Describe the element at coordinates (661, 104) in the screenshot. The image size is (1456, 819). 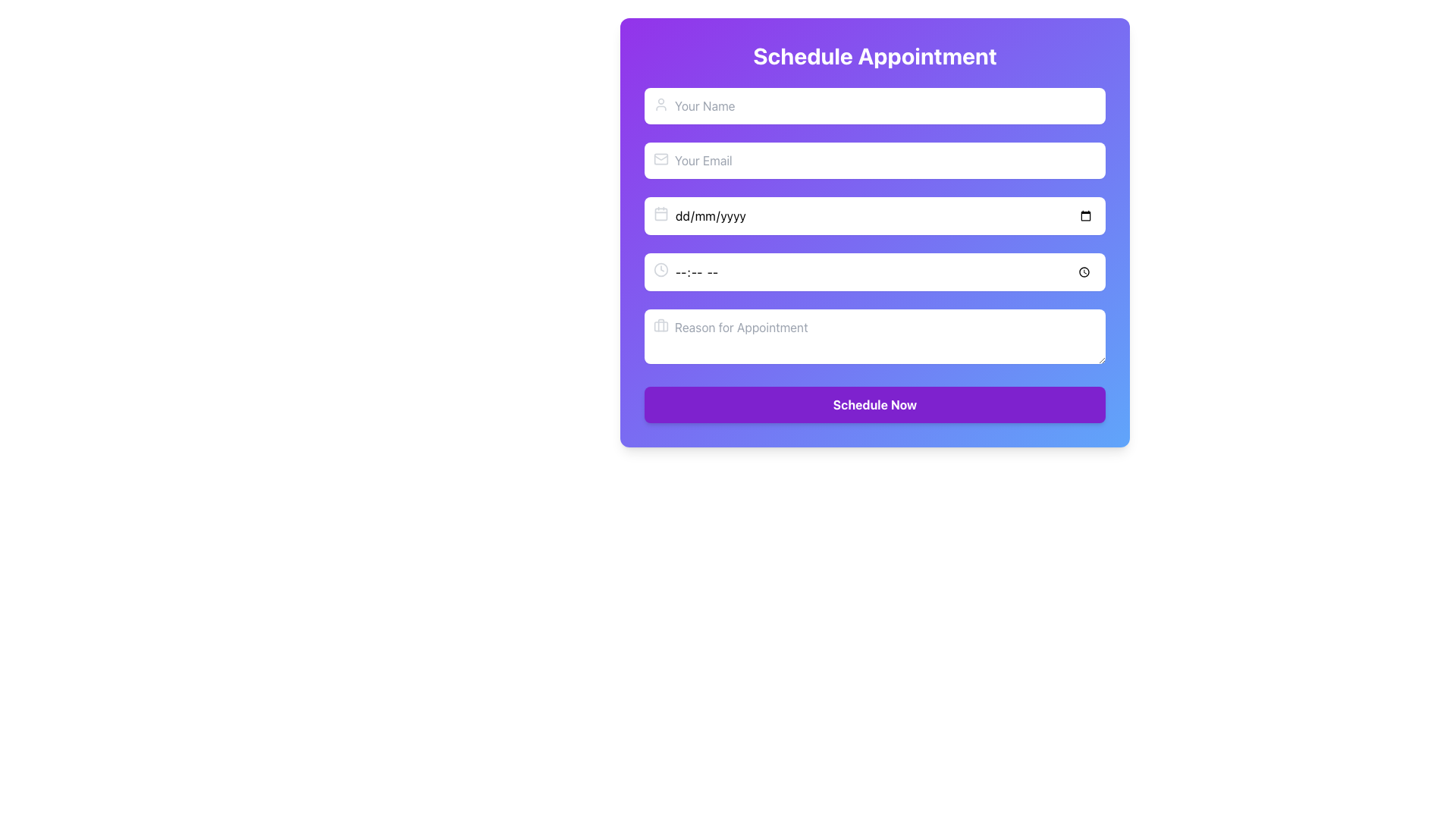
I see `the user profile icon located in the top-left corner of the 'Your Name' input field, which features a minimalistic gray design with a circular head and torso shape` at that location.